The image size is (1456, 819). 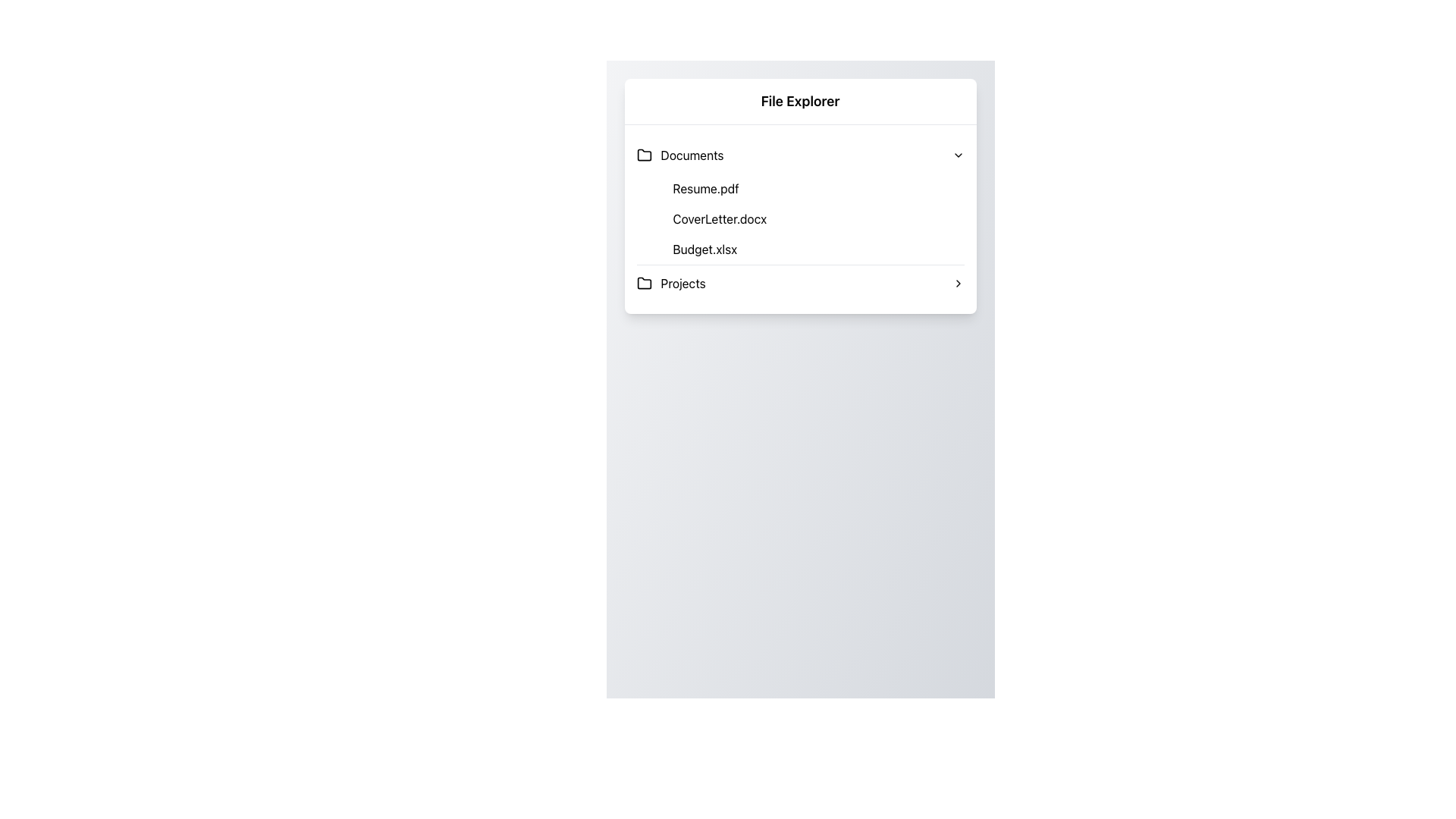 I want to click on the 'Documents' folder icon located at the uppermost position in the left margin of the file explorer, so click(x=644, y=155).